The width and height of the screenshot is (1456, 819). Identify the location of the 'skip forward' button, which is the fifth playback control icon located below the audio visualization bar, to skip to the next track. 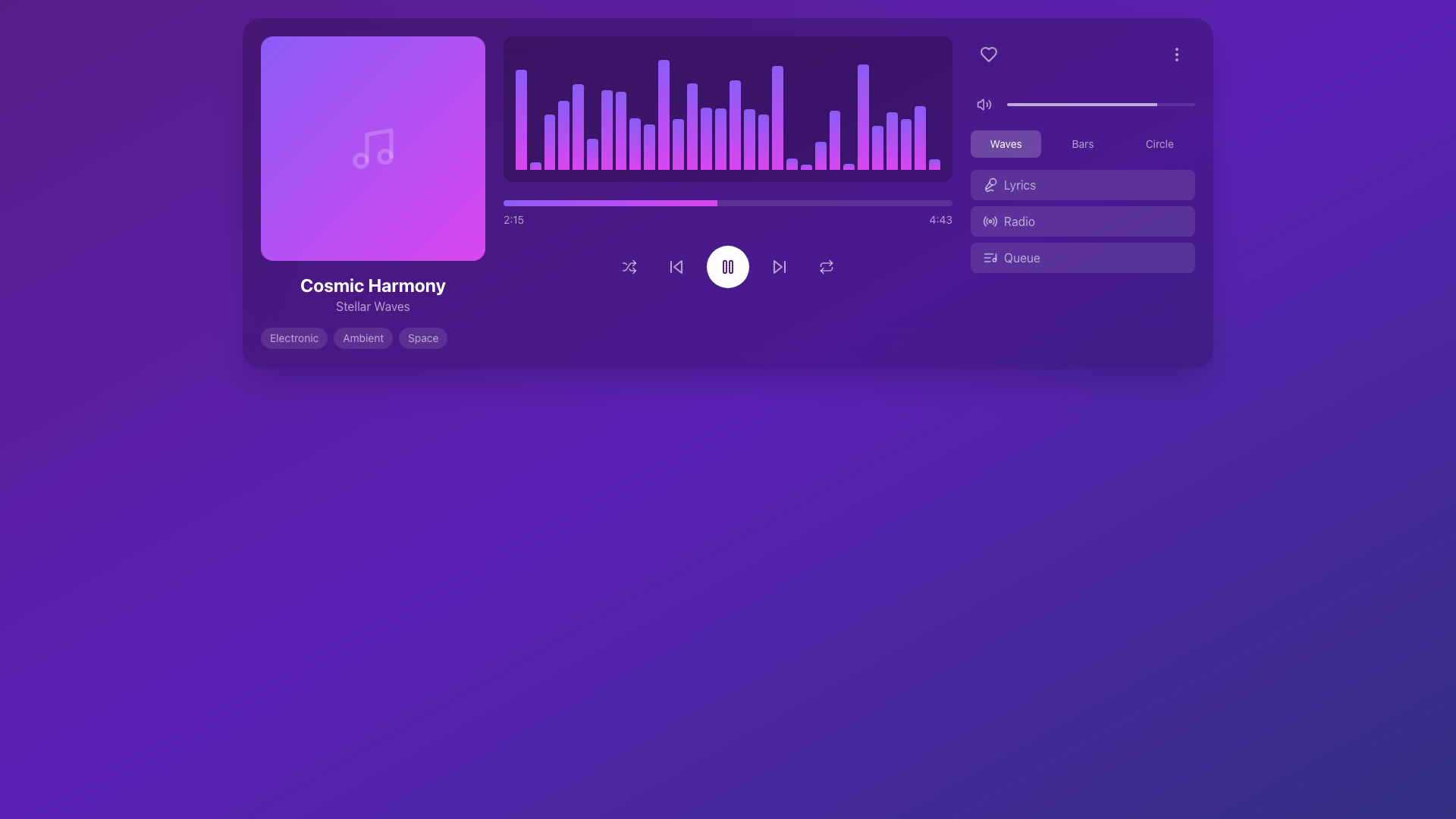
(779, 265).